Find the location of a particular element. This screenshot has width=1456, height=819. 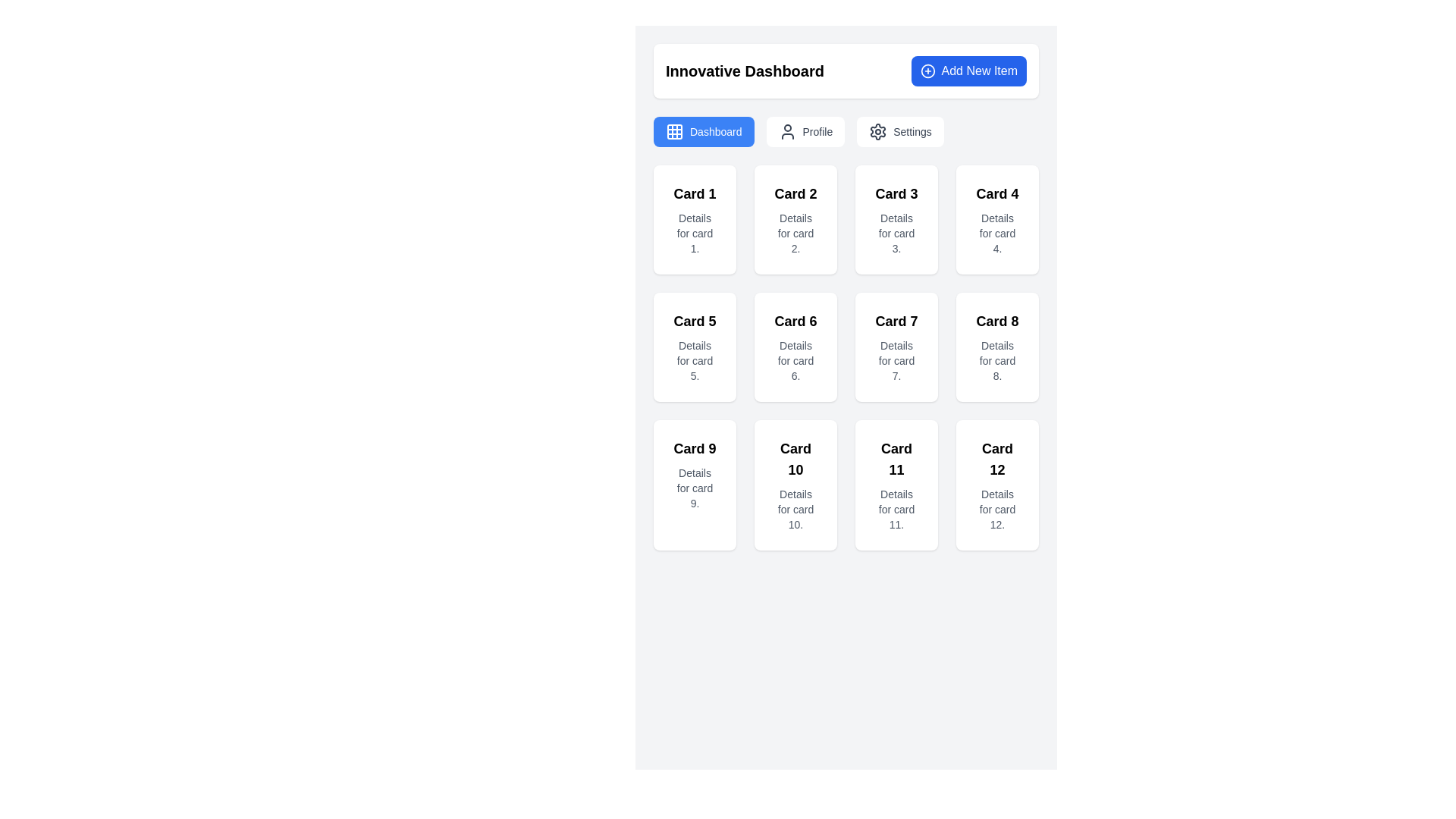

the blue 'Add New Item' button icon located at the top-right corner of the page, which features a plus sign to indicate its function of adding a new item is located at coordinates (927, 71).